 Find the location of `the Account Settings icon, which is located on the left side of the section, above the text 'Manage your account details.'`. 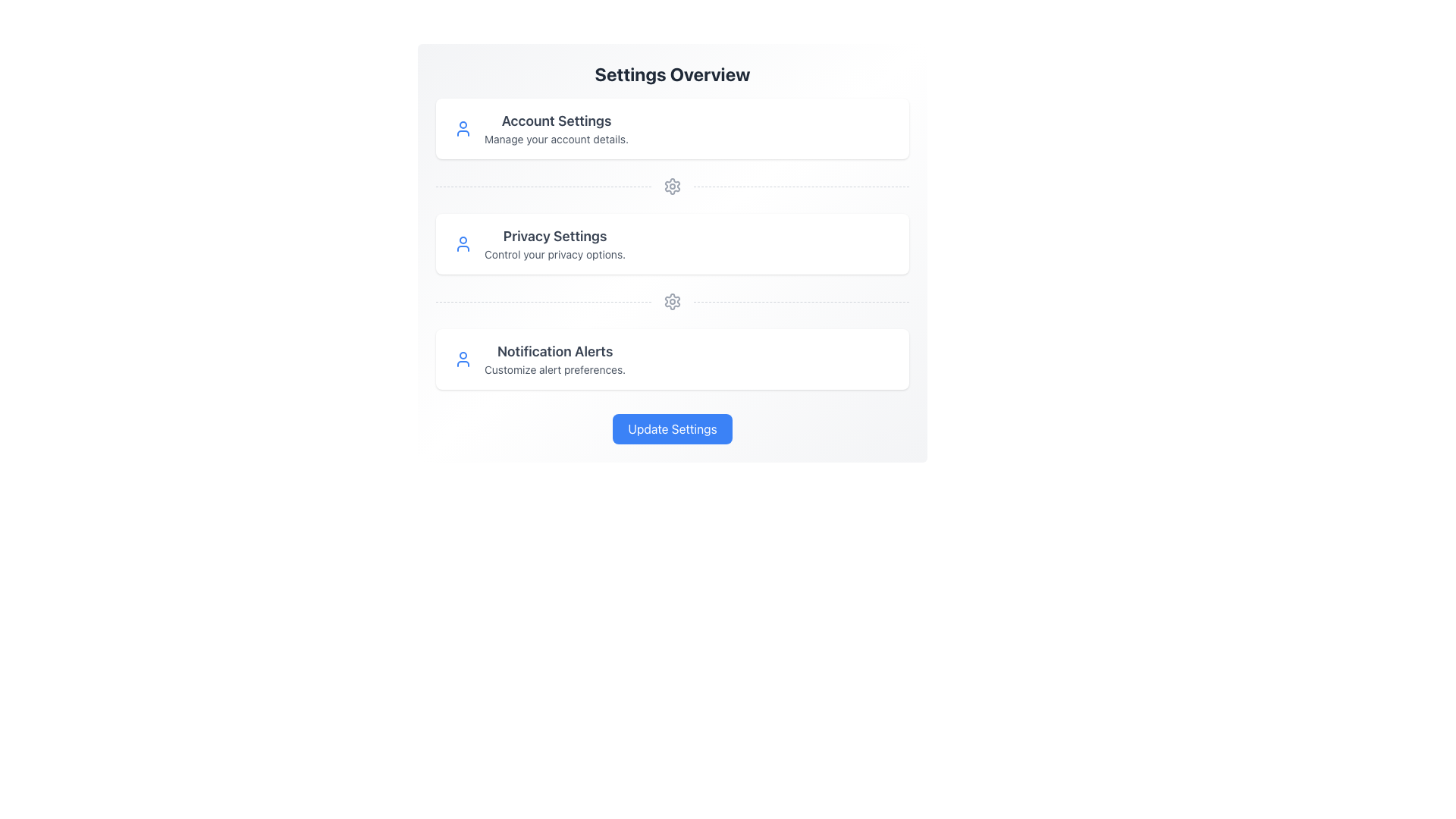

the Account Settings icon, which is located on the left side of the section, above the text 'Manage your account details.' is located at coordinates (462, 127).